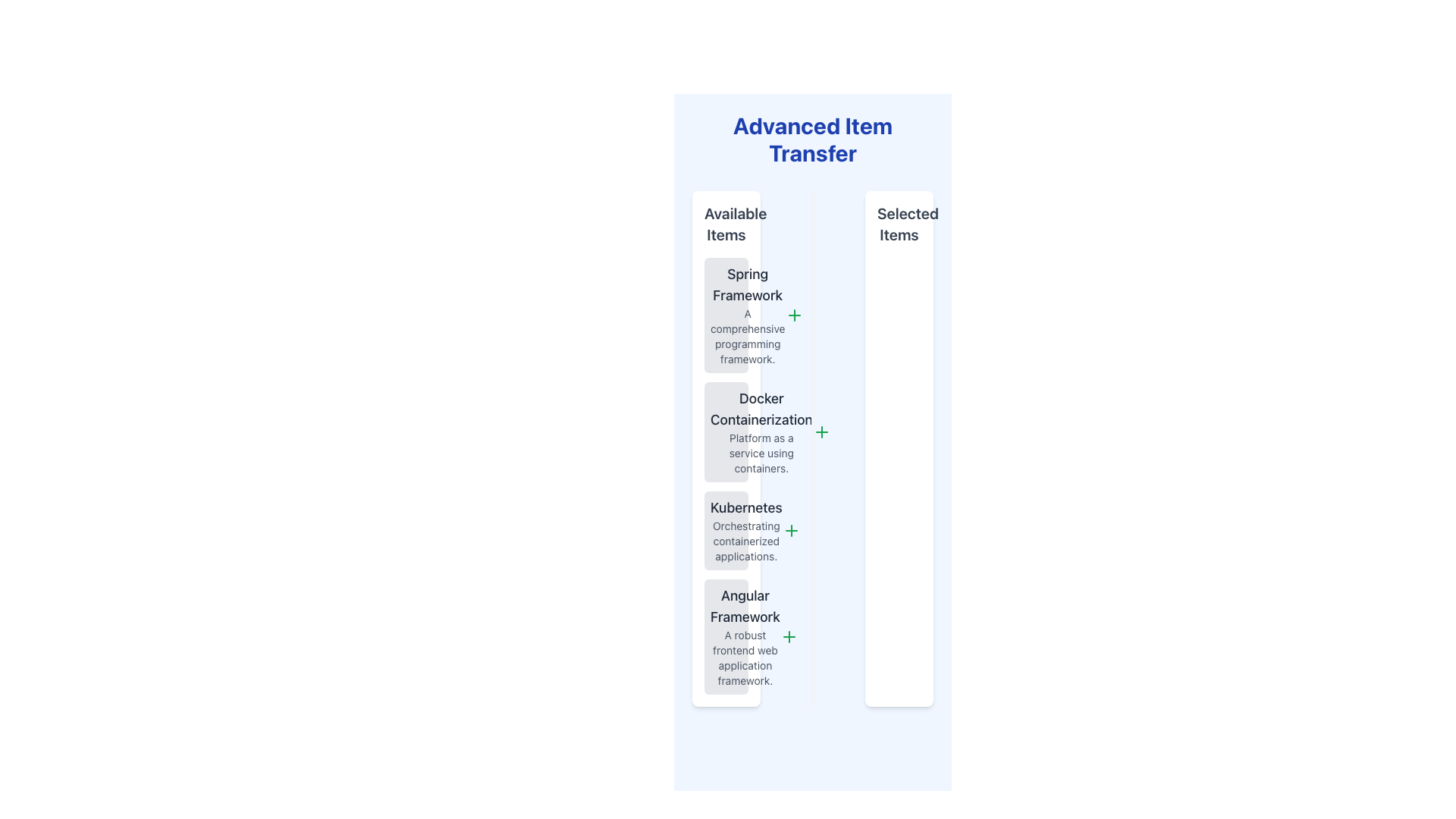 The height and width of the screenshot is (819, 1456). I want to click on the text label displaying 'Kubernetes' which is styled in a bold font and positioned at the top of the 'Available Items' section, so click(746, 508).